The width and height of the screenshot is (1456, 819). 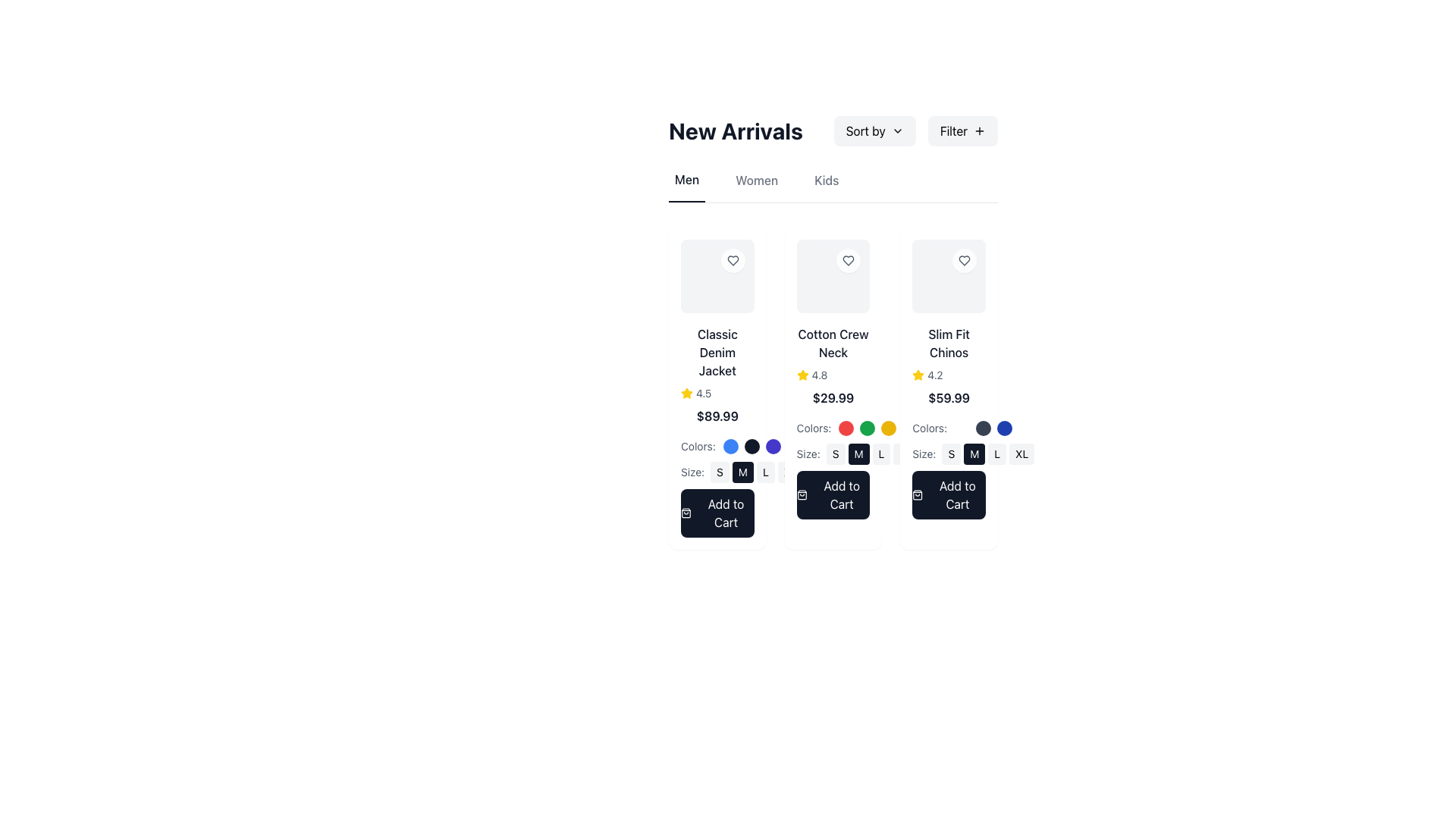 I want to click on the 'Sort by' Dropdown button, which is a light gray rectangular button with a downward-pointing arrow icon, so click(x=874, y=130).